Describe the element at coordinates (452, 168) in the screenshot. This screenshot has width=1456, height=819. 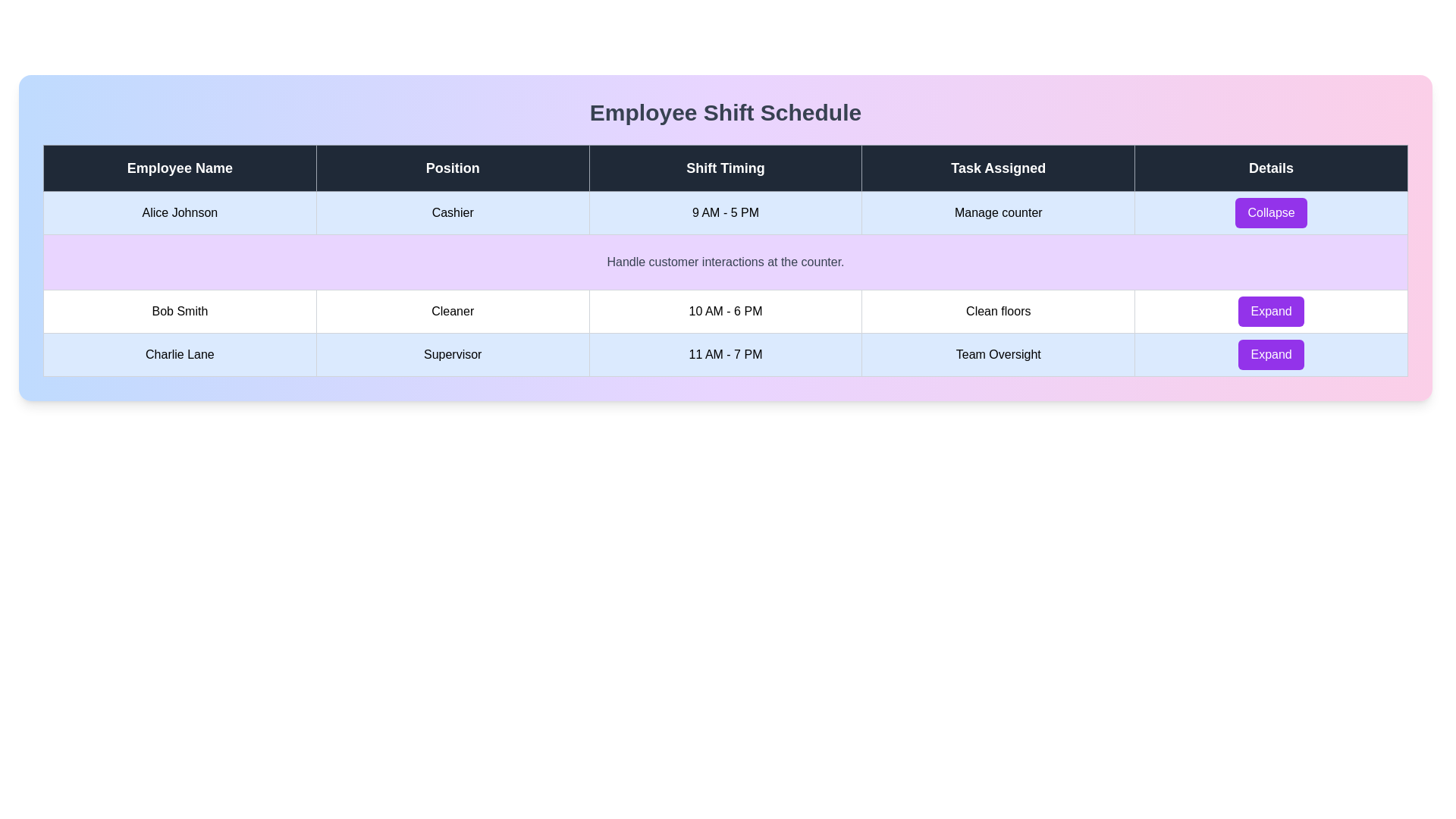
I see `the 'Position' column header in the table, which is the second header to the right of 'Employee Name' and to the left of 'Shift Timing'` at that location.